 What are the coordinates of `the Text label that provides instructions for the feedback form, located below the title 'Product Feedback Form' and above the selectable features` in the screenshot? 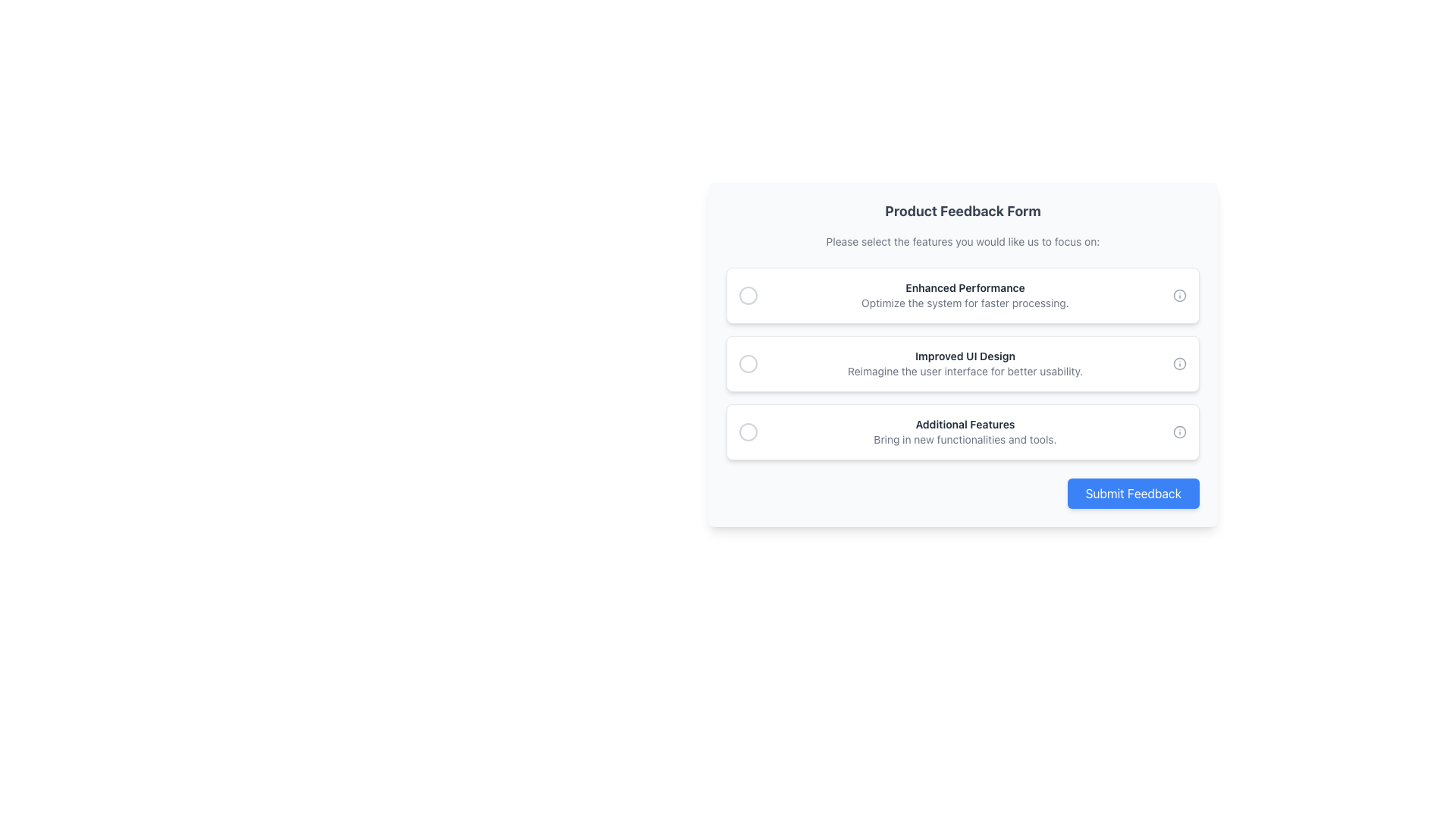 It's located at (962, 241).